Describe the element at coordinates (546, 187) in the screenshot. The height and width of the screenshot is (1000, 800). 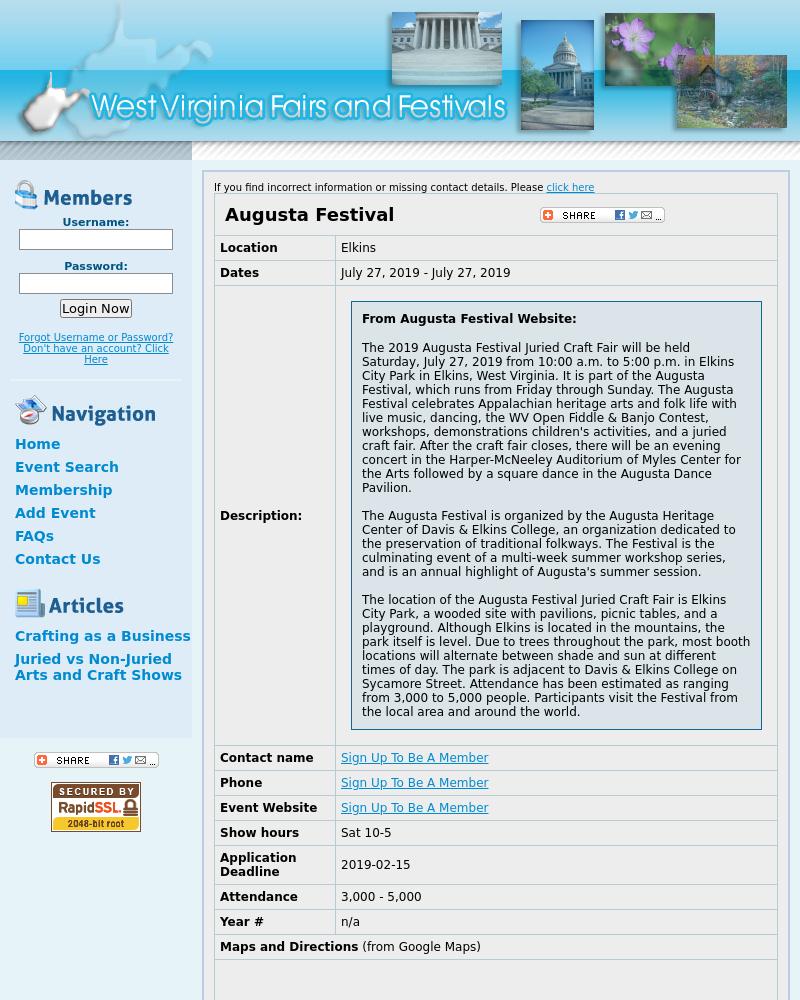
I see `'click here'` at that location.